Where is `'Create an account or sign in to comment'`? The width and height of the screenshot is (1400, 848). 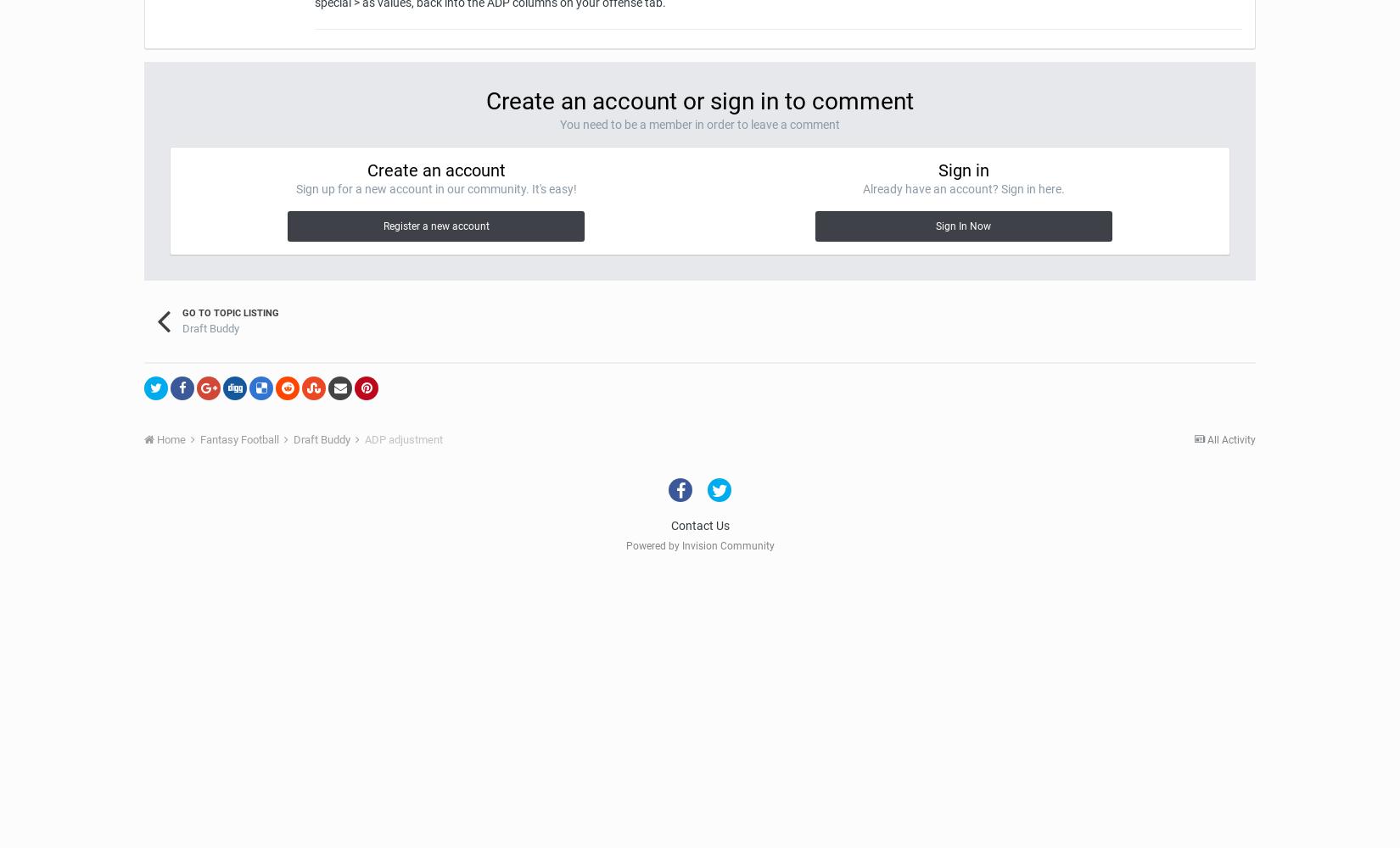 'Create an account or sign in to comment' is located at coordinates (700, 100).